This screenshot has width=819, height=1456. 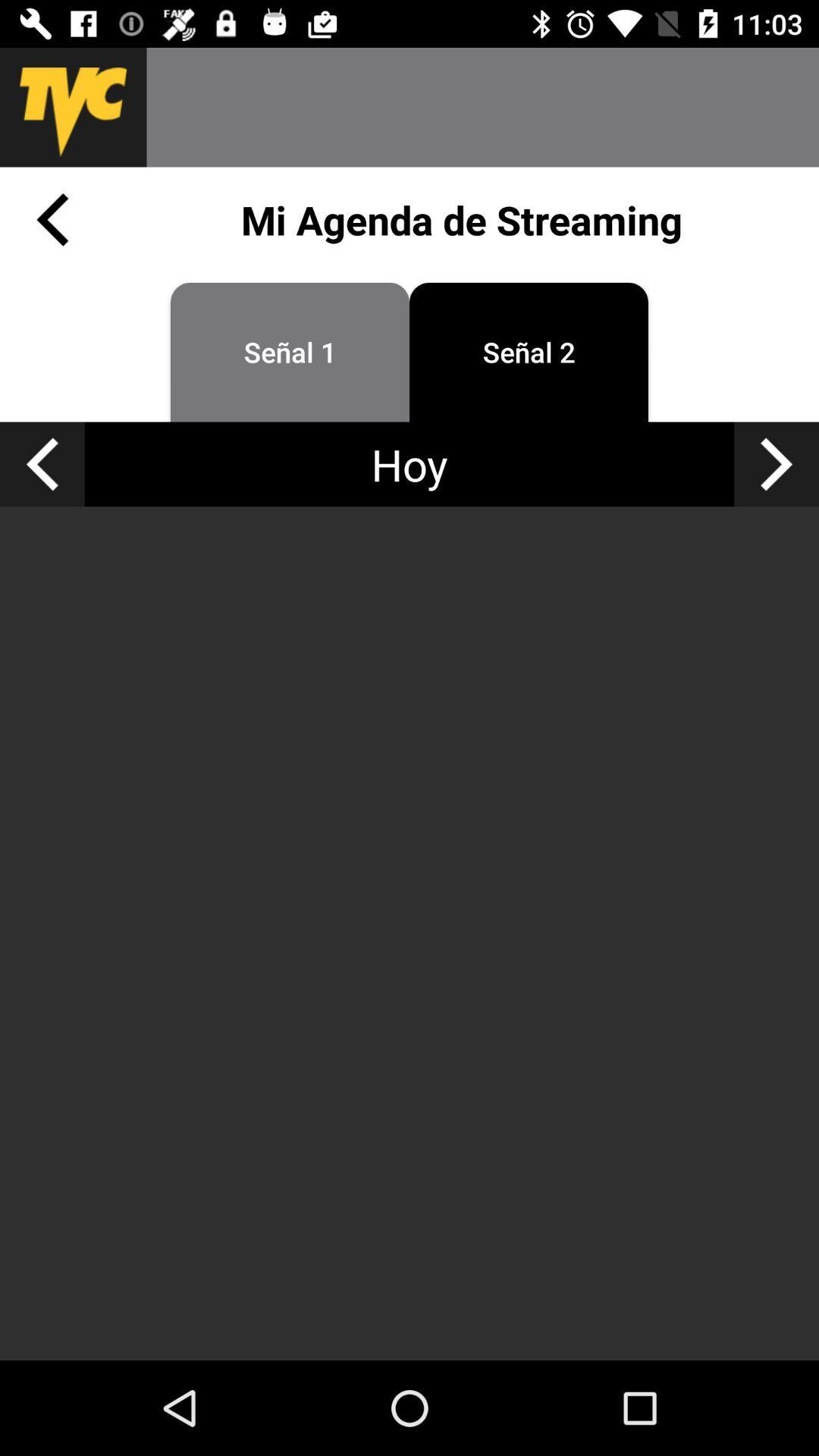 I want to click on go forward, so click(x=777, y=463).